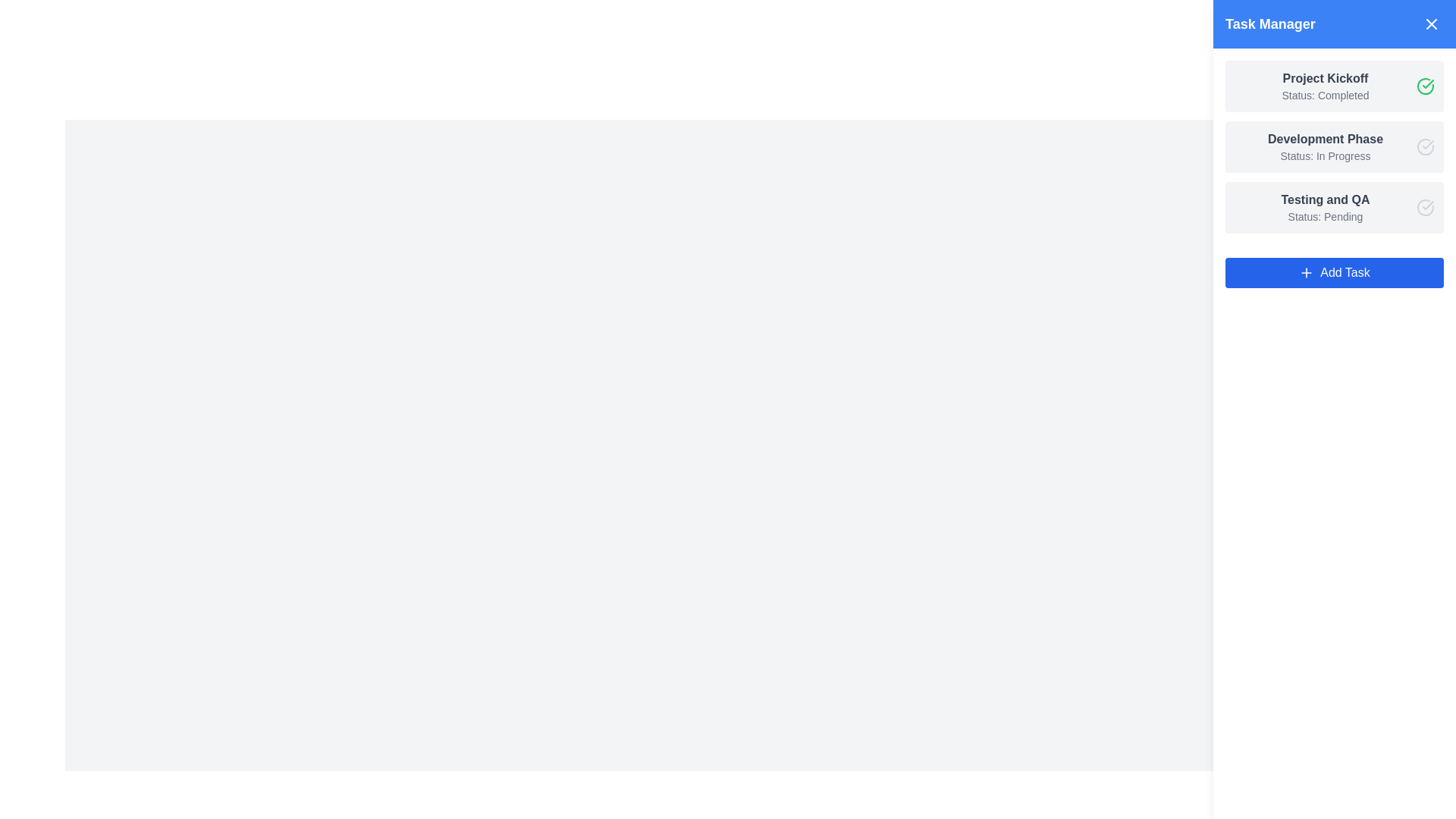 The height and width of the screenshot is (819, 1456). Describe the element at coordinates (1425, 207) in the screenshot. I see `the icon with a circular outline and a checkmark inside, located to the right of the 'Testing and QA' text block in the Task Manager column, which is the third item in the list` at that location.